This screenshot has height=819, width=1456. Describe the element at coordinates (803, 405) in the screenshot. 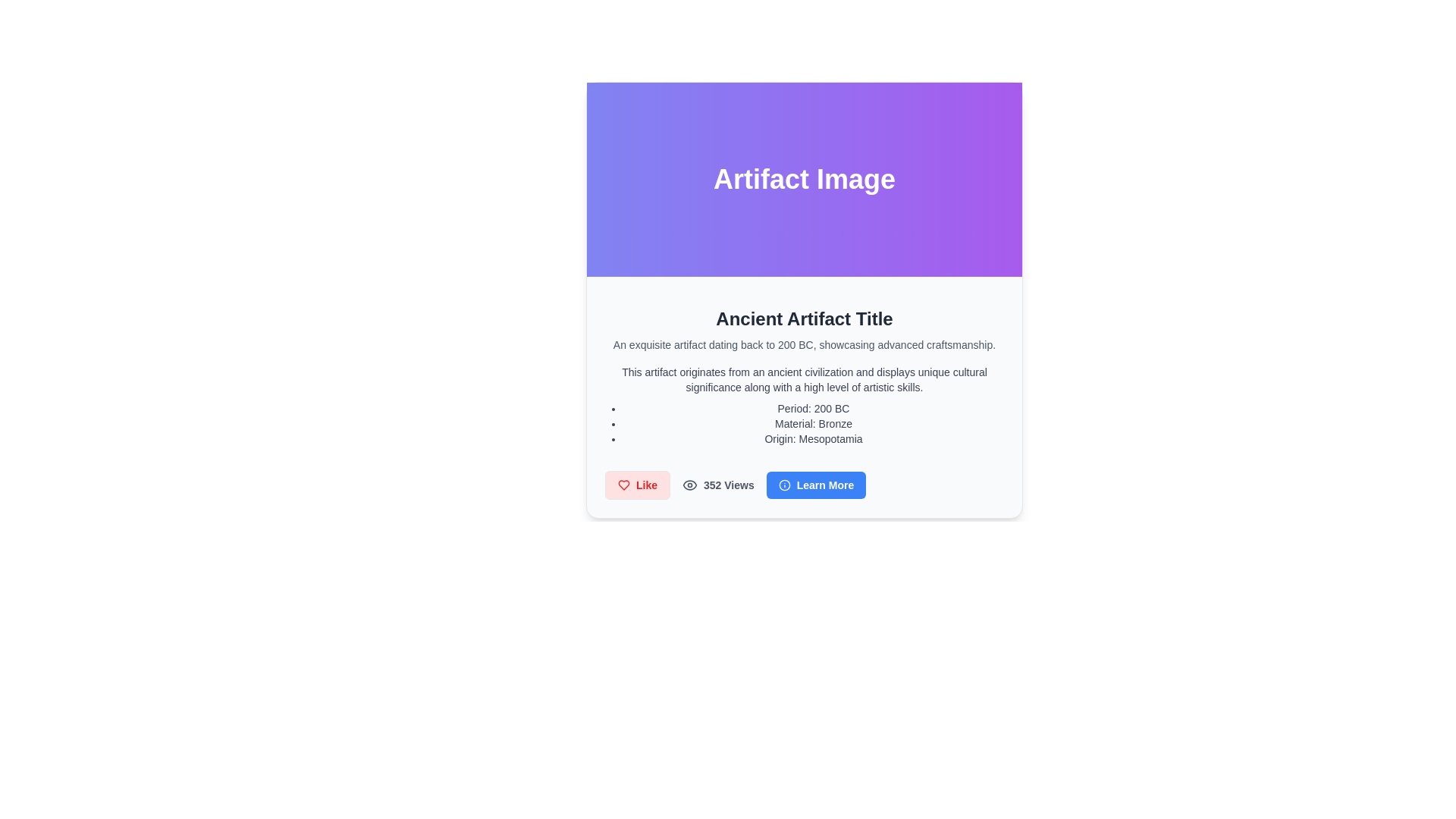

I see `the text block providing detailed information about the artifact, located below the title 'Ancient Artifact Title' and above the interactive buttons` at that location.